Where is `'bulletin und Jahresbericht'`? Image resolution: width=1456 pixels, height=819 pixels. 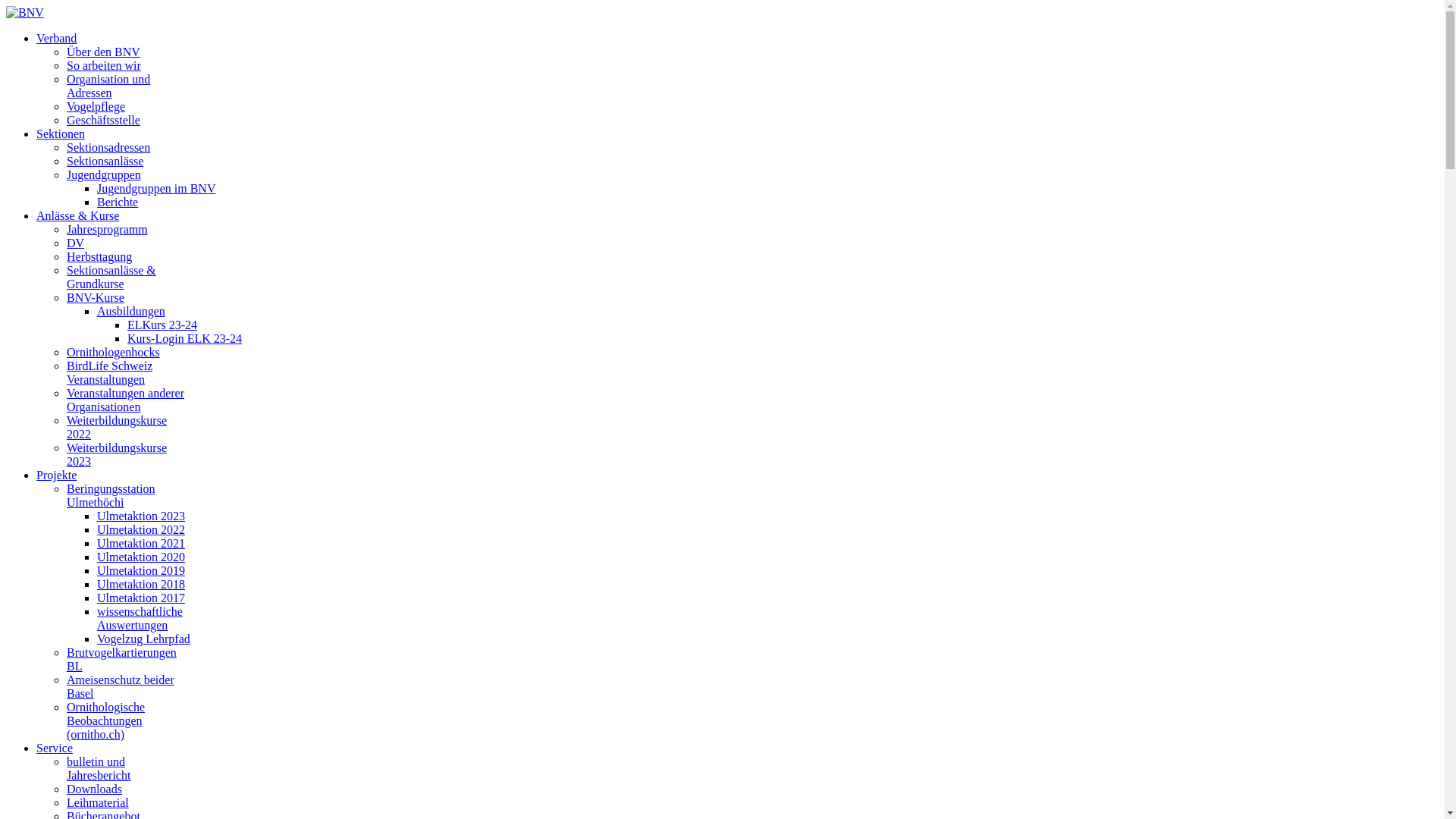 'bulletin und Jahresbericht' is located at coordinates (97, 768).